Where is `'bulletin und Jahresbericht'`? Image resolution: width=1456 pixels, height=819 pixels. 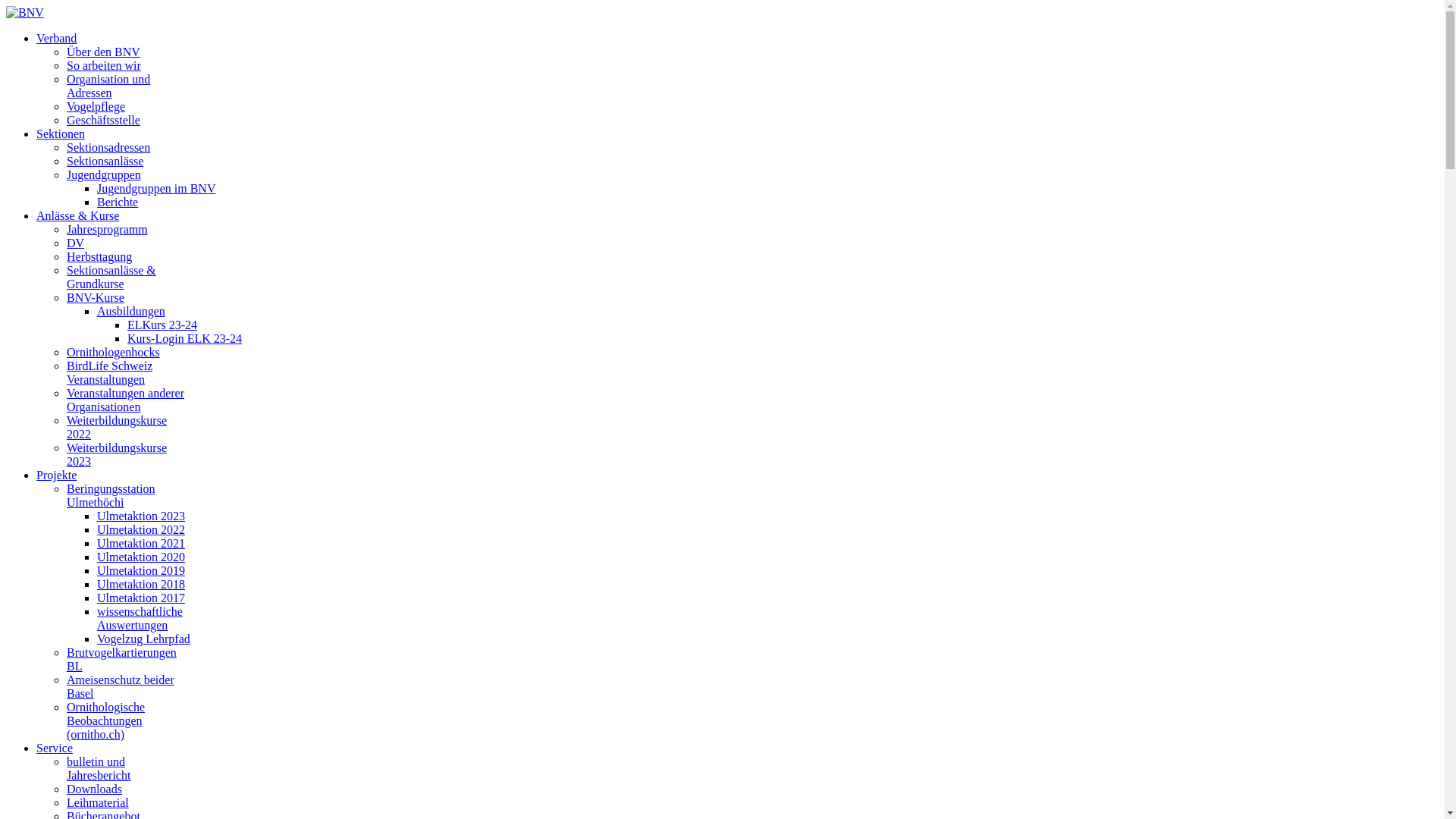 'bulletin und Jahresbericht' is located at coordinates (97, 768).